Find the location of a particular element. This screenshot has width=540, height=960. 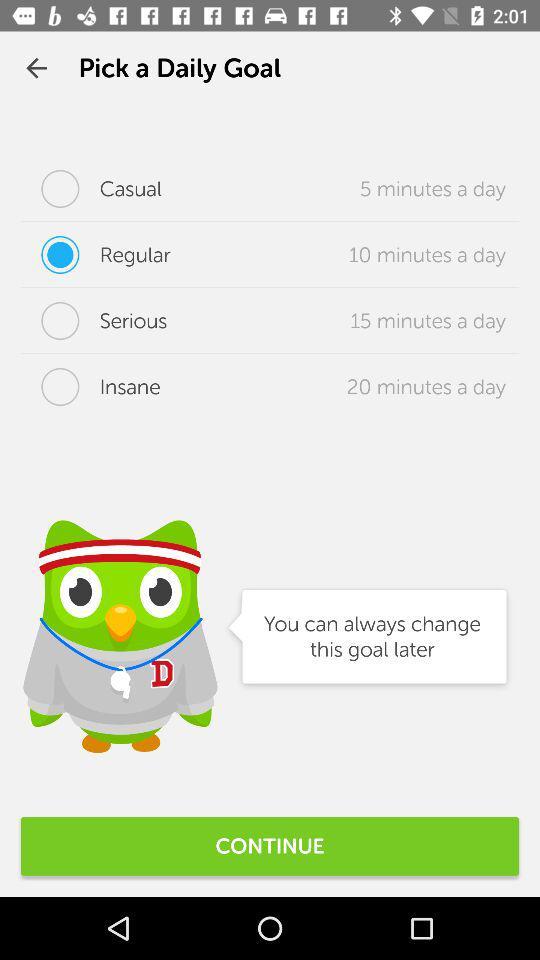

item to the left of 15 minutes a is located at coordinates (93, 321).